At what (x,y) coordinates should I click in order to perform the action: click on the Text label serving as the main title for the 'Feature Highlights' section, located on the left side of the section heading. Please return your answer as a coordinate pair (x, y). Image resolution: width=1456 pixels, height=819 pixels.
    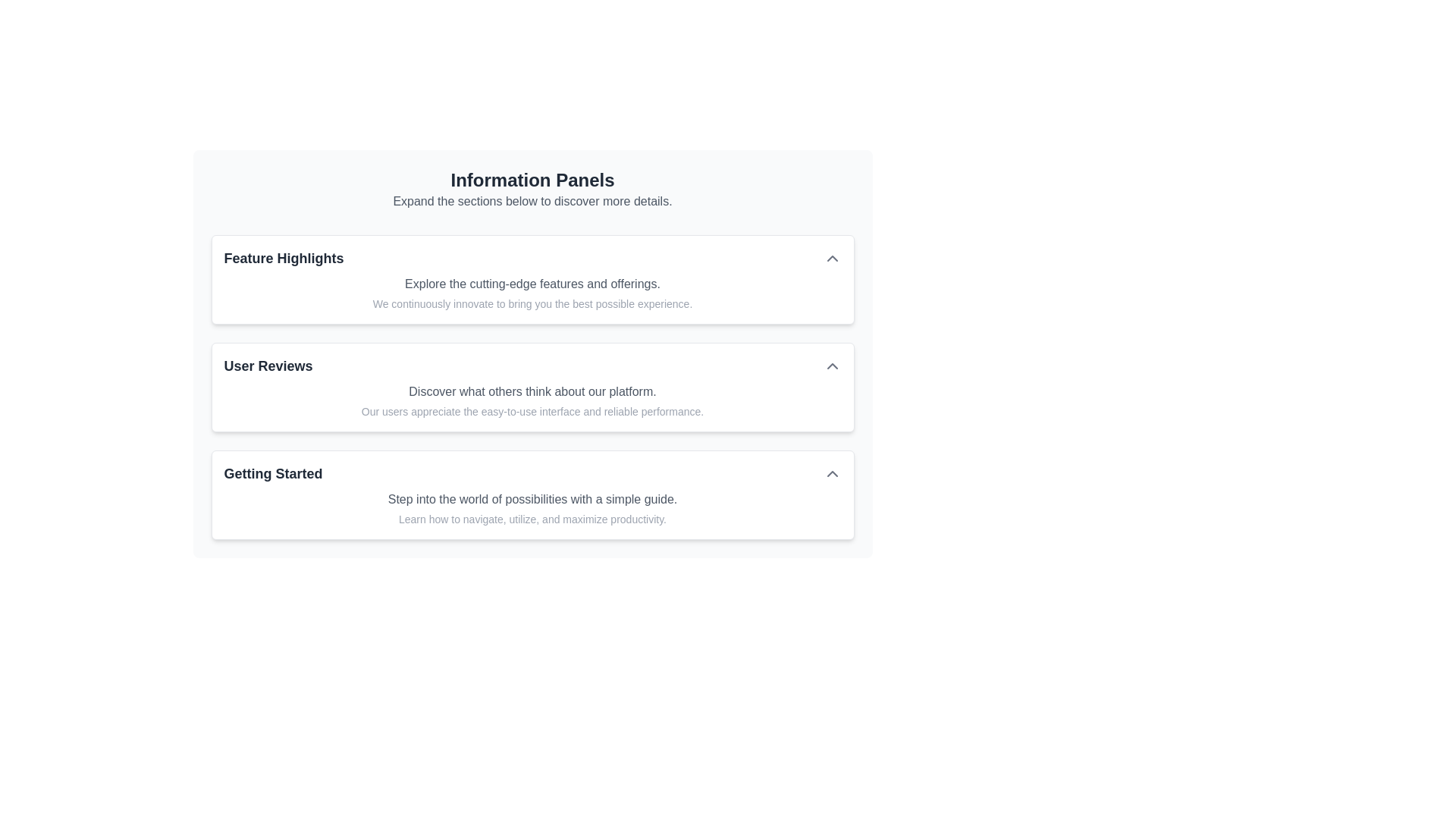
    Looking at the image, I should click on (284, 257).